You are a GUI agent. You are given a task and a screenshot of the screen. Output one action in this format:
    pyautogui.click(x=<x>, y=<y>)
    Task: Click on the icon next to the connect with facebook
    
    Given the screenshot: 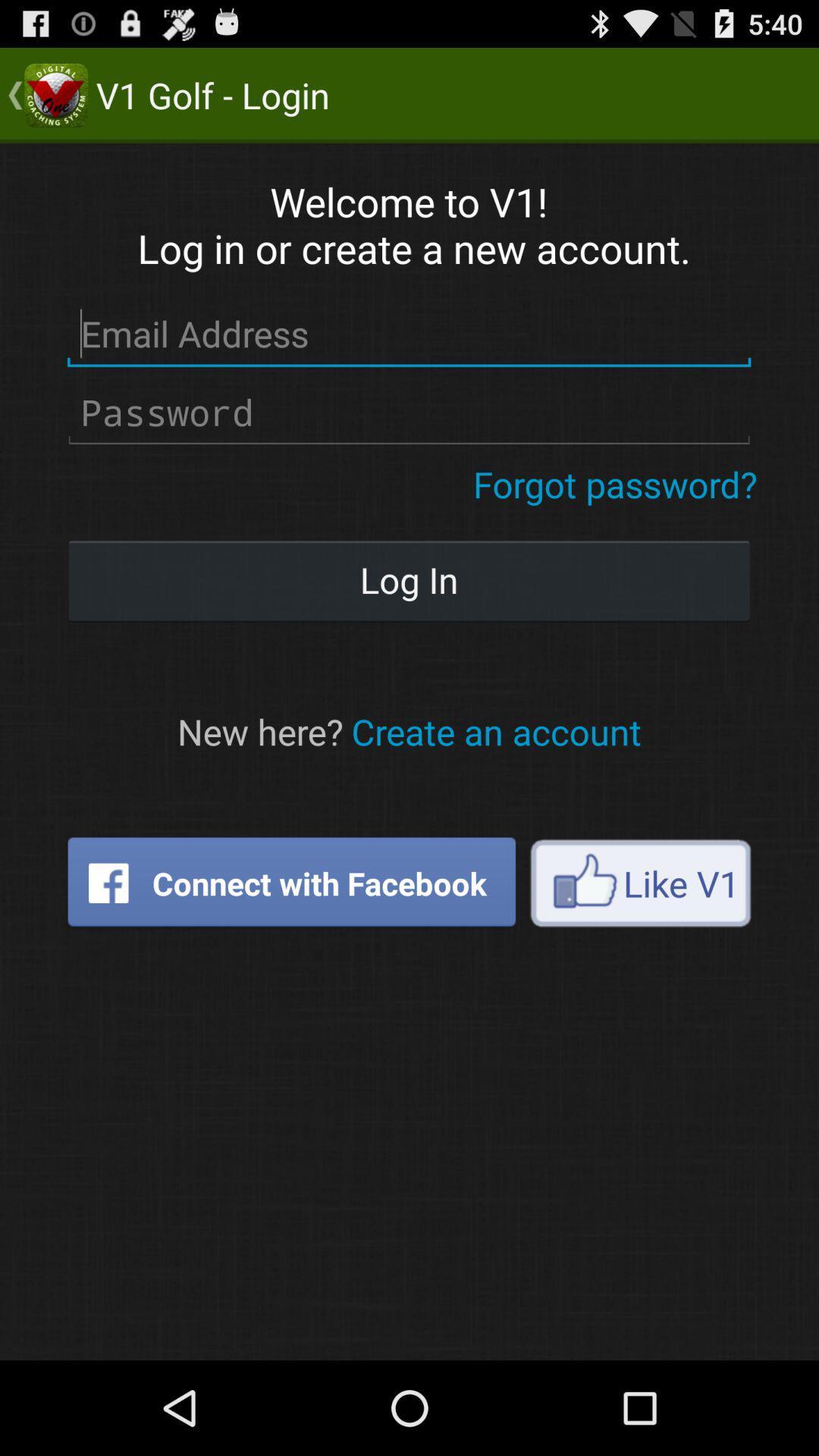 What is the action you would take?
    pyautogui.click(x=640, y=883)
    